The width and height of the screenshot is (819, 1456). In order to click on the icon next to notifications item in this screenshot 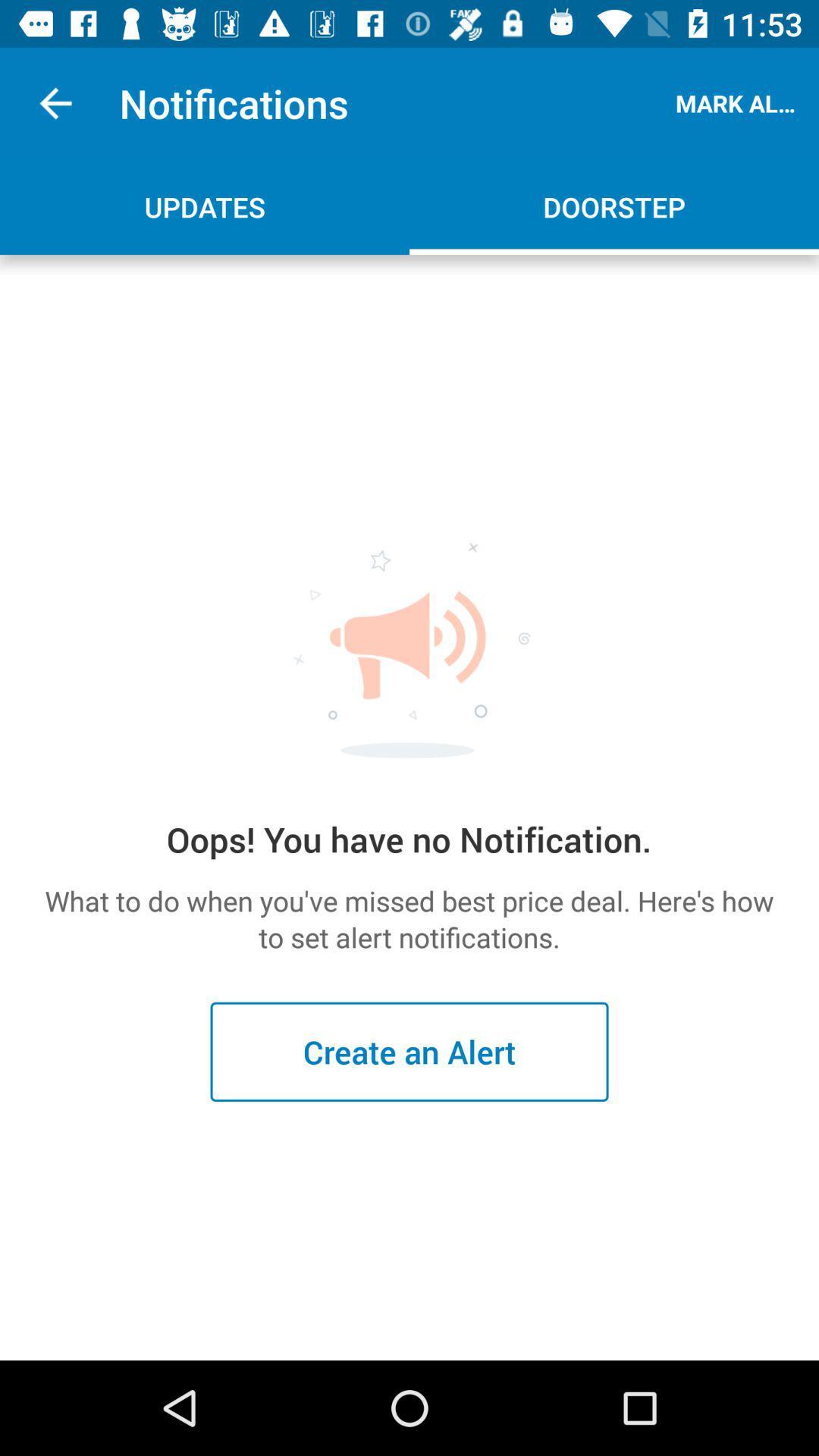, I will do `click(739, 102)`.